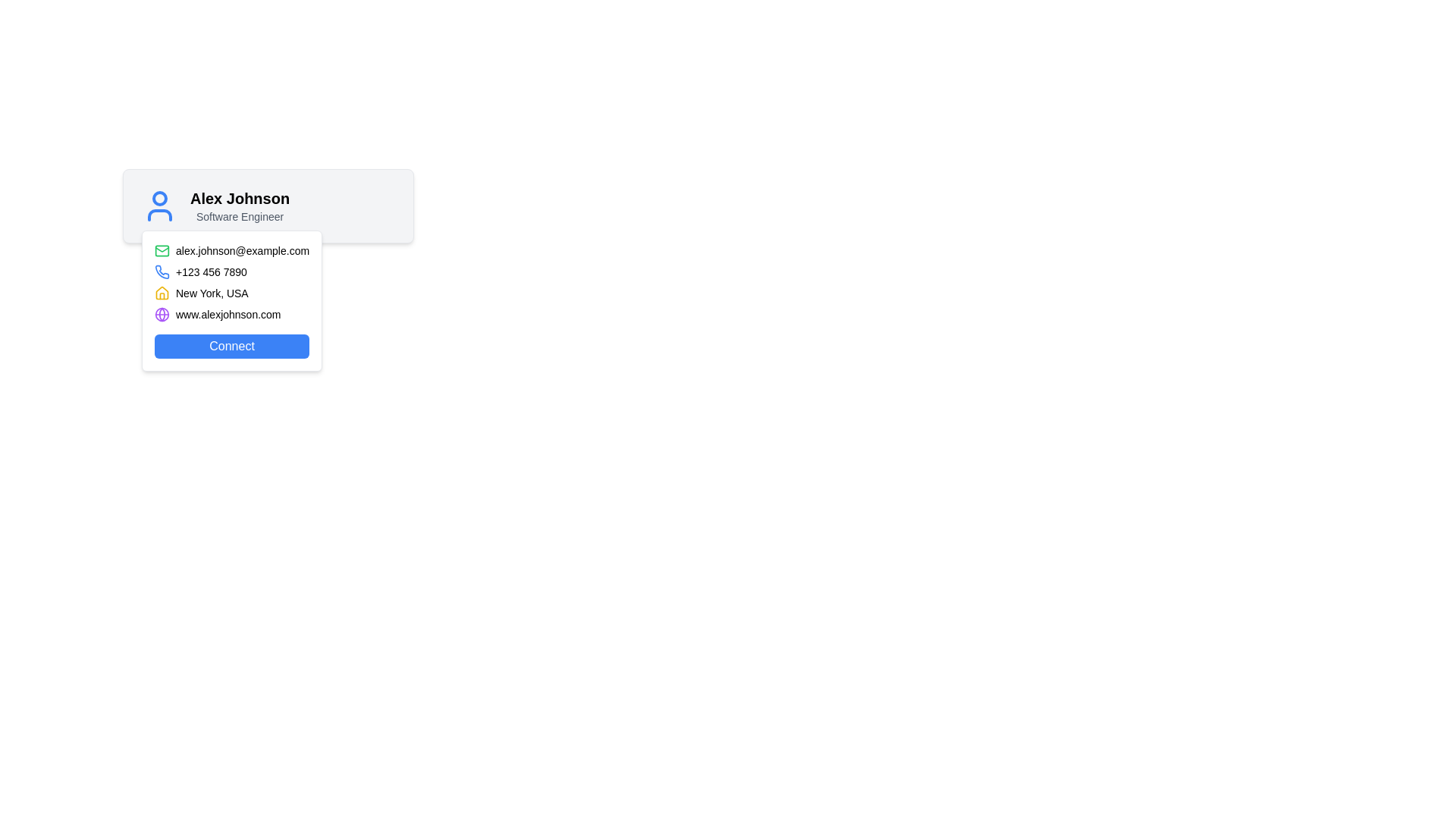 The width and height of the screenshot is (1456, 819). What do you see at coordinates (243, 250) in the screenshot?
I see `the email address 'alex.johnson@example.com' displayed in the contact information card, which is adjacent to a green envelope icon` at bounding box center [243, 250].